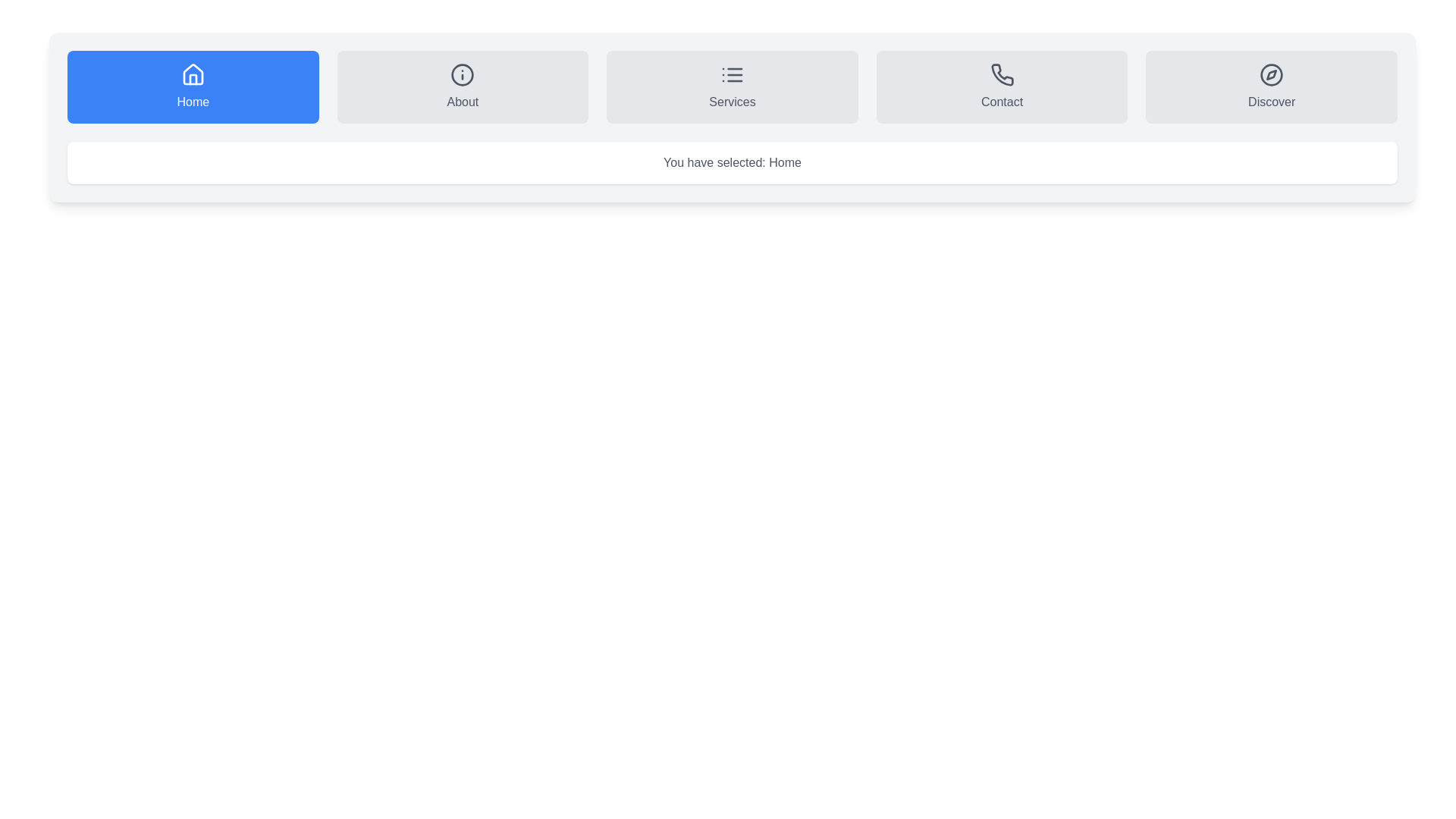  I want to click on the 'Home' text label in the navigation menu, which indicates its purpose as a button that navigates to the main page, so click(192, 102).